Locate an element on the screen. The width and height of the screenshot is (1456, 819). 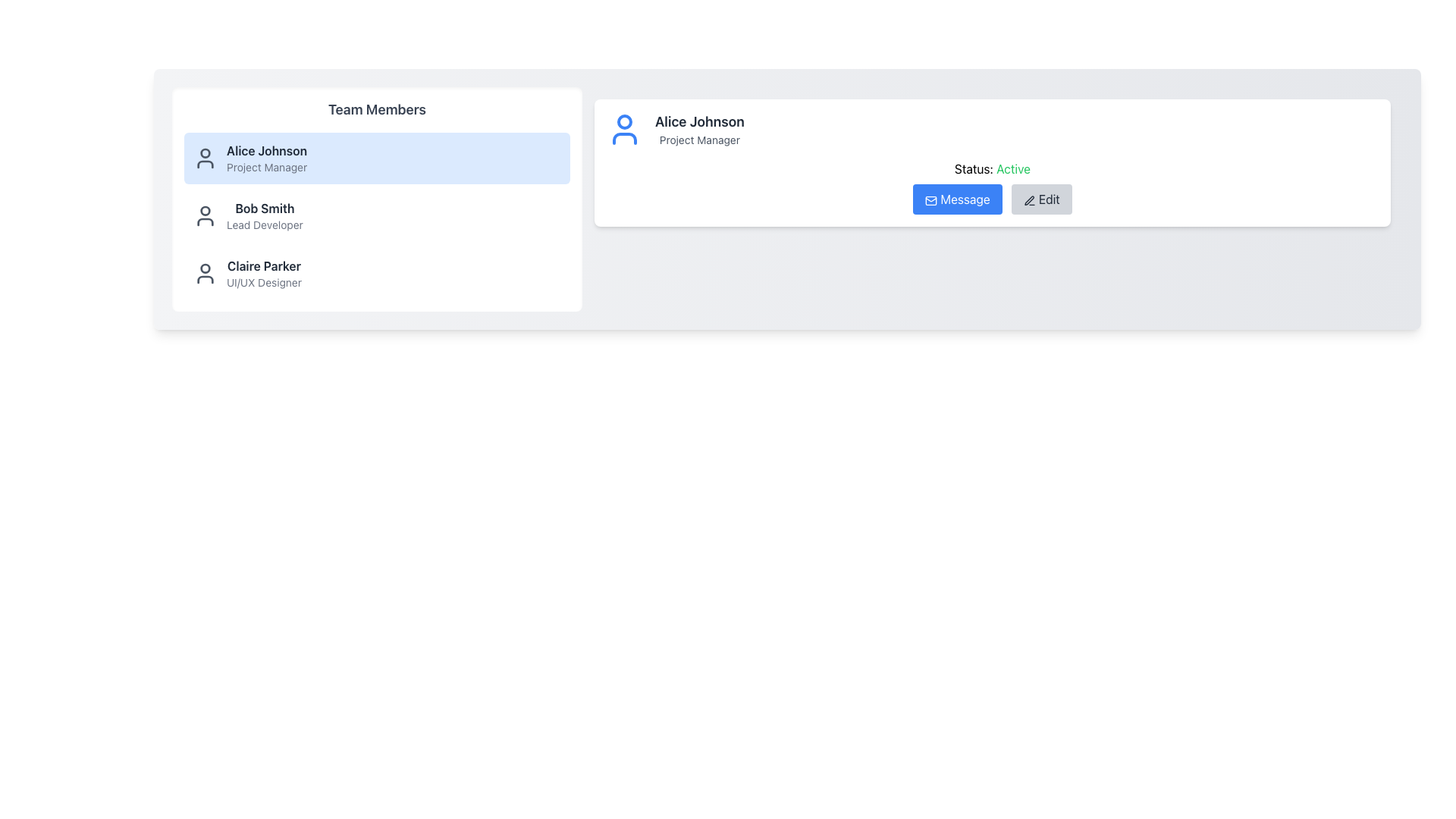
circular graphic representing the head of the user profile icon for 'Alice Johnson' in the 'Team Members' section is located at coordinates (204, 210).